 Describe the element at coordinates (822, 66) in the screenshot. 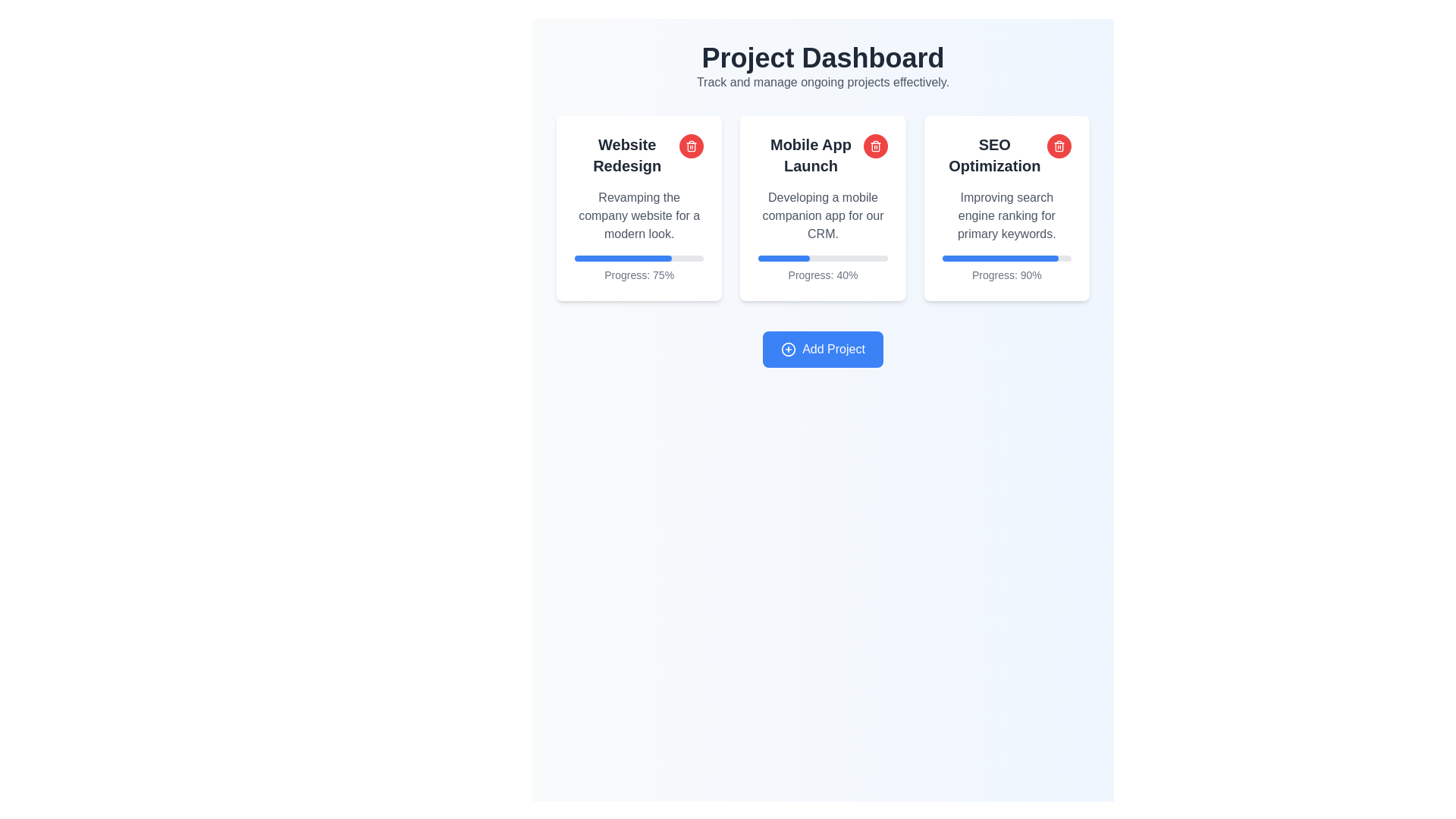

I see `the title text block at the top of the interface that displays the page's purpose for managing ongoing projects` at that location.